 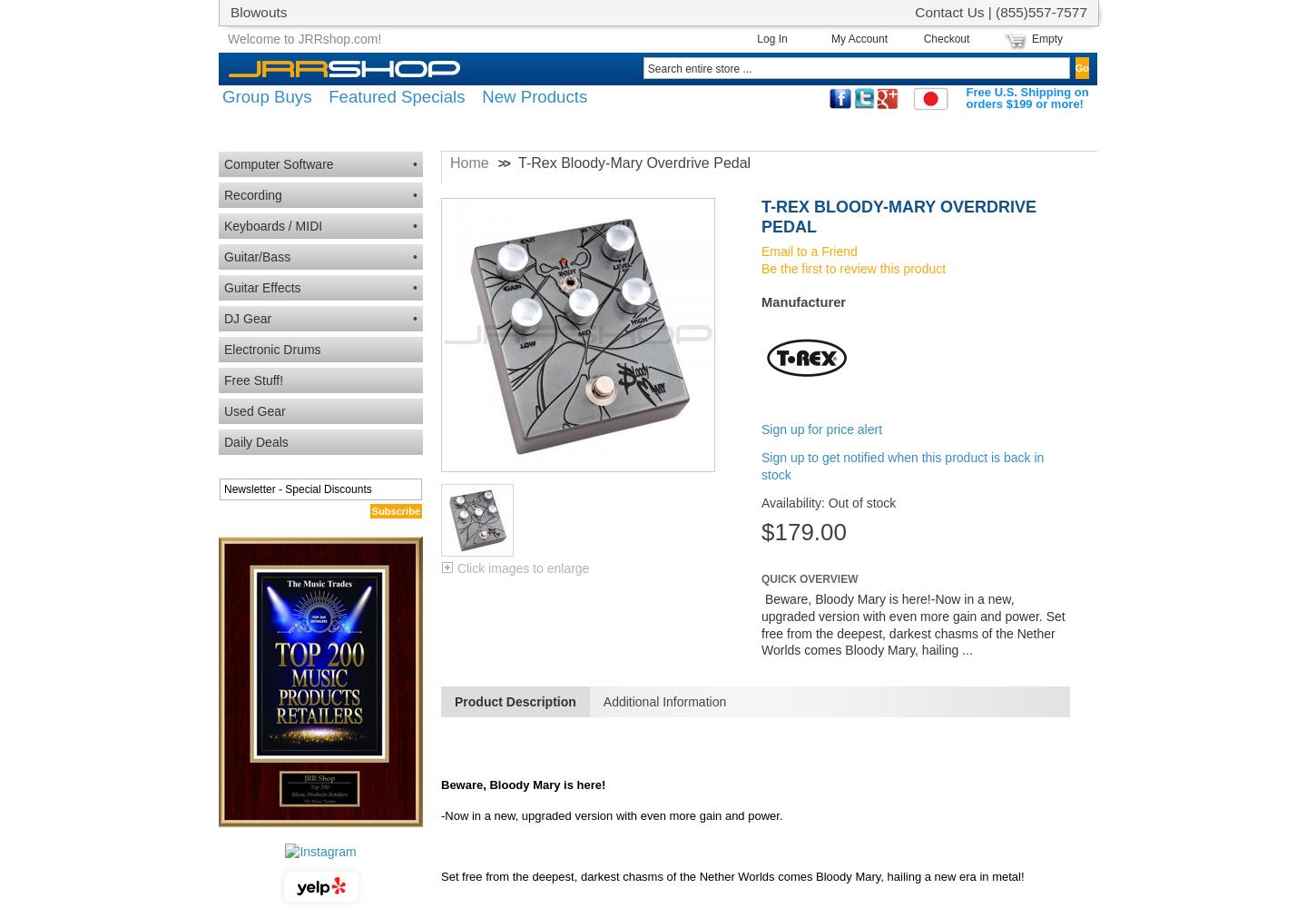 I want to click on 'Welcome to JRRshop.com!', so click(x=227, y=39).